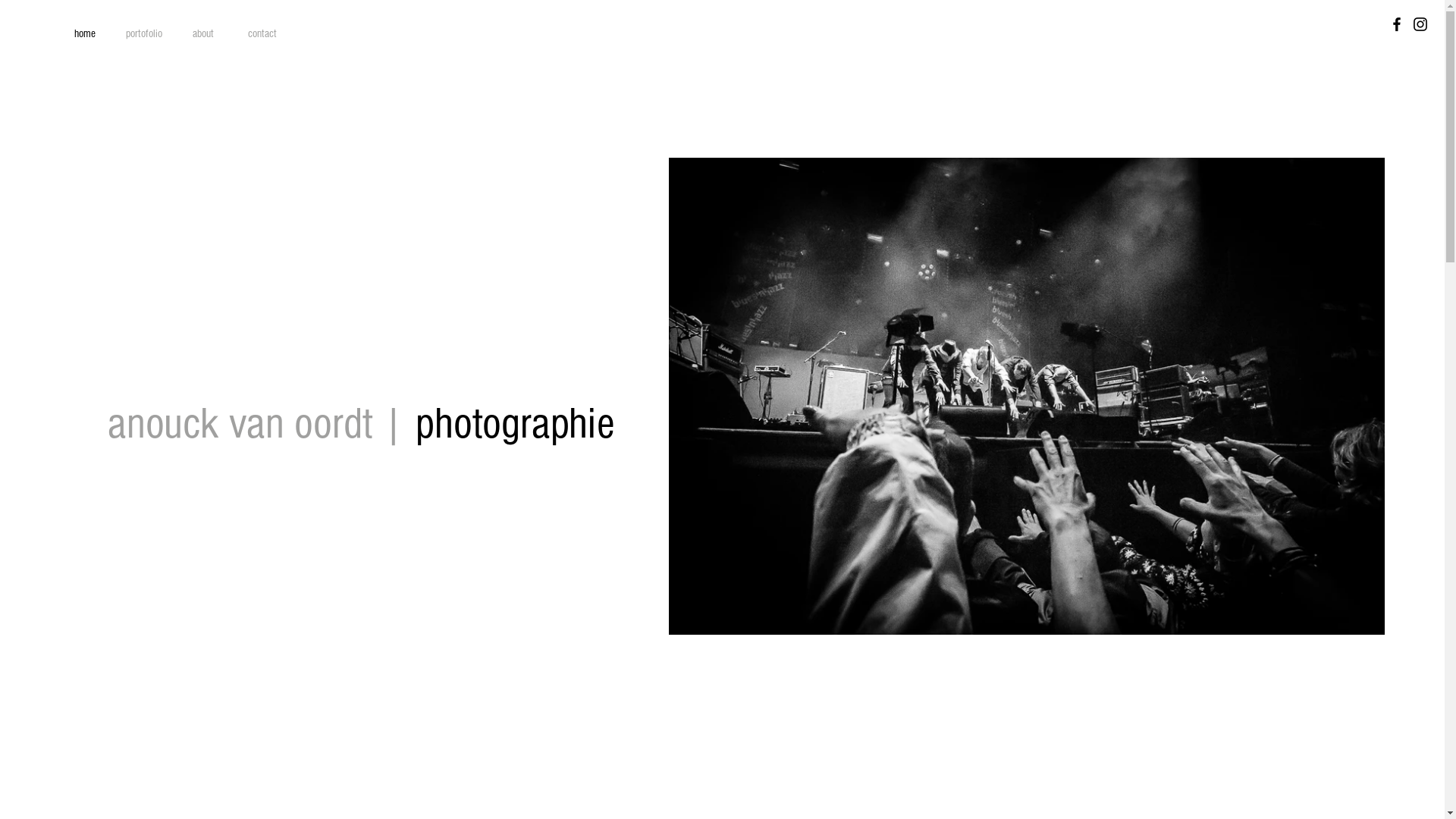  Describe the element at coordinates (202, 34) in the screenshot. I see `'about'` at that location.